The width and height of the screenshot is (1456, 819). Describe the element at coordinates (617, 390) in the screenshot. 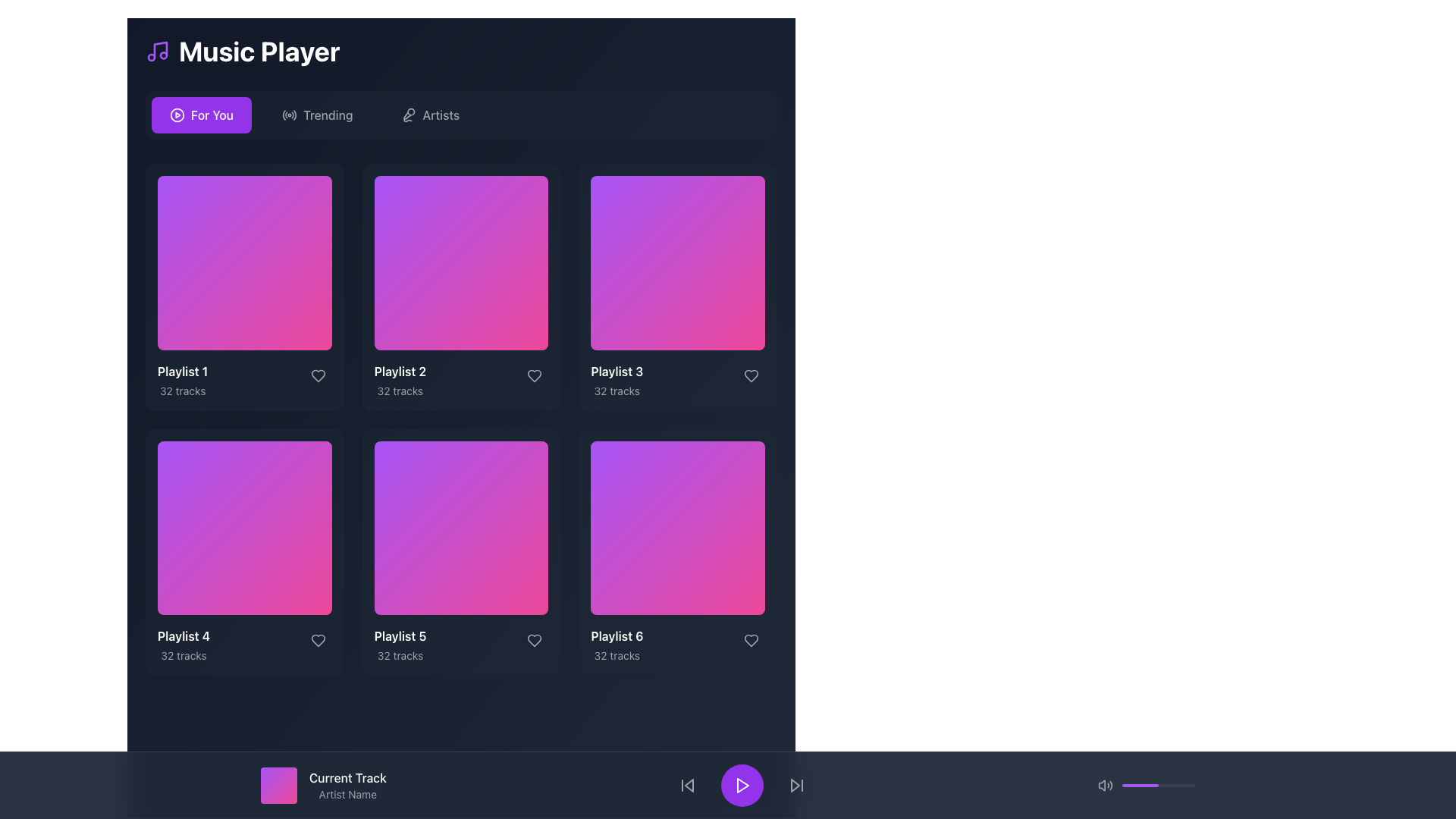

I see `the text label that reads '32 tracks', which is styled in light gray and located below the title 'Playlist 3' in the middle column of the playlist card` at that location.